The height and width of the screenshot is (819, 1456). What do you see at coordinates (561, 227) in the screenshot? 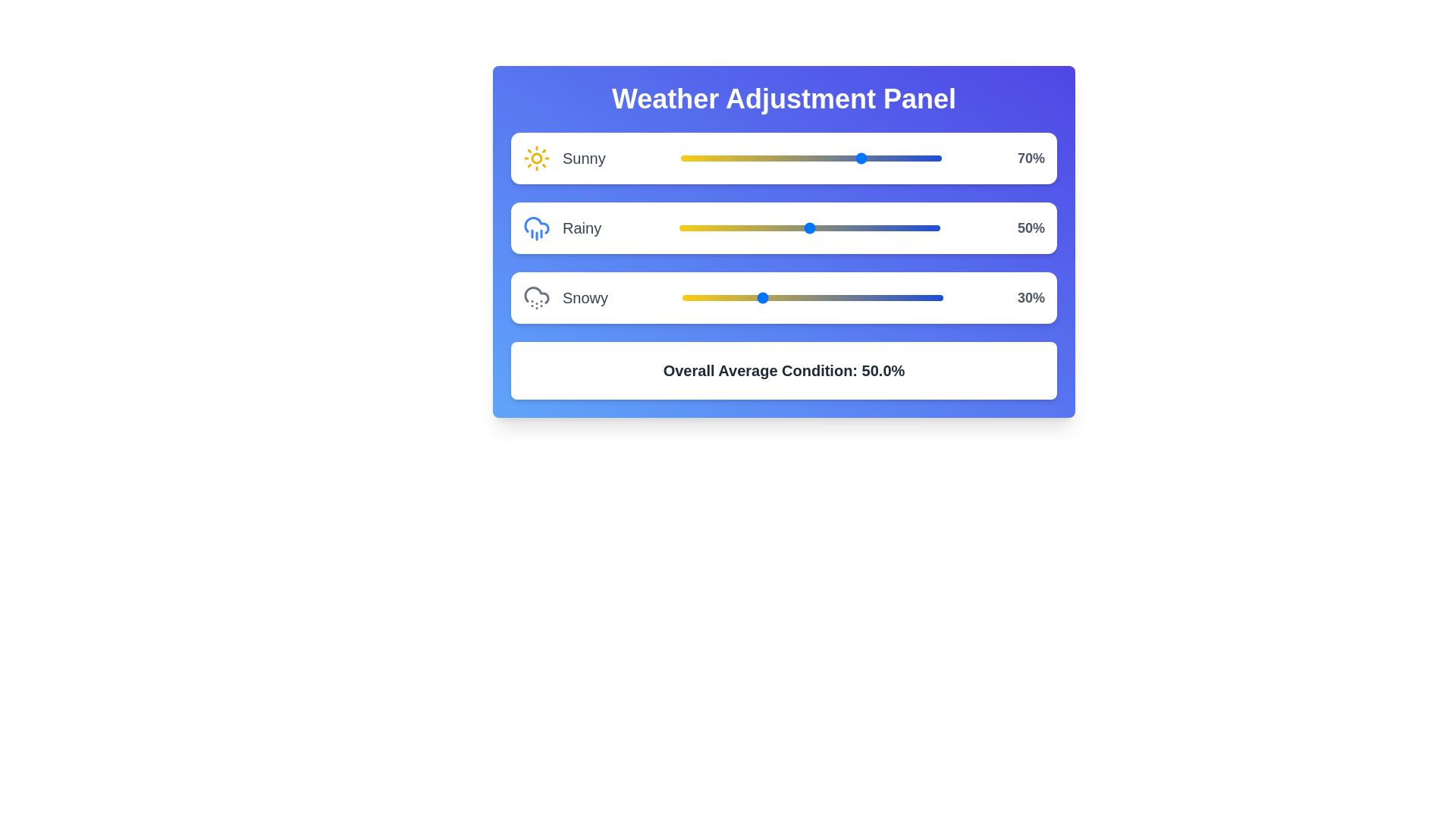
I see `the 'Rainy' label element with the associated cloud icon, which is part of the weather conditions panel` at bounding box center [561, 227].